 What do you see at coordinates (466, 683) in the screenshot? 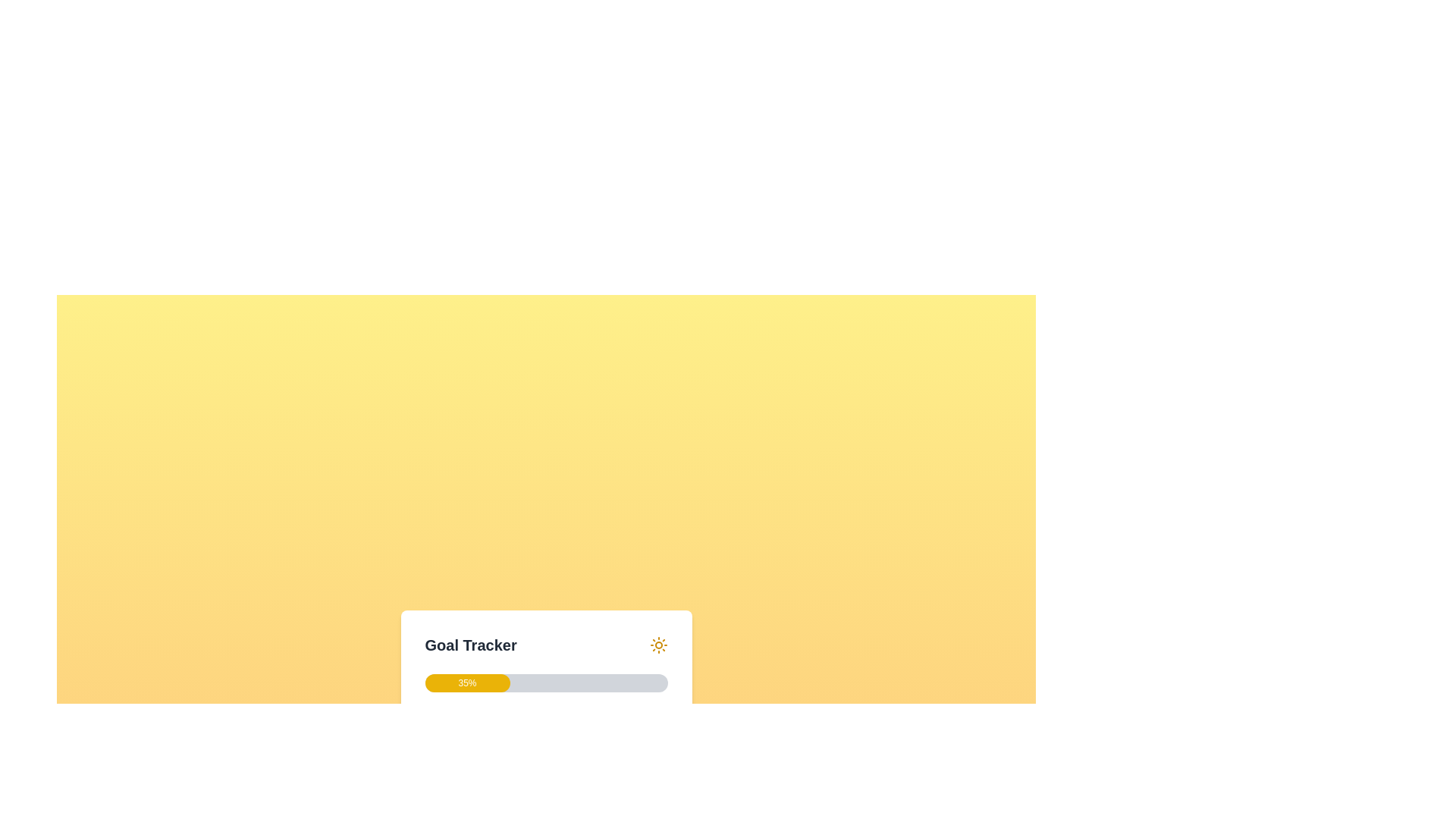
I see `the yellow progress bar segment that displays '35%' in white, located at the bottom-center of the layout` at bounding box center [466, 683].